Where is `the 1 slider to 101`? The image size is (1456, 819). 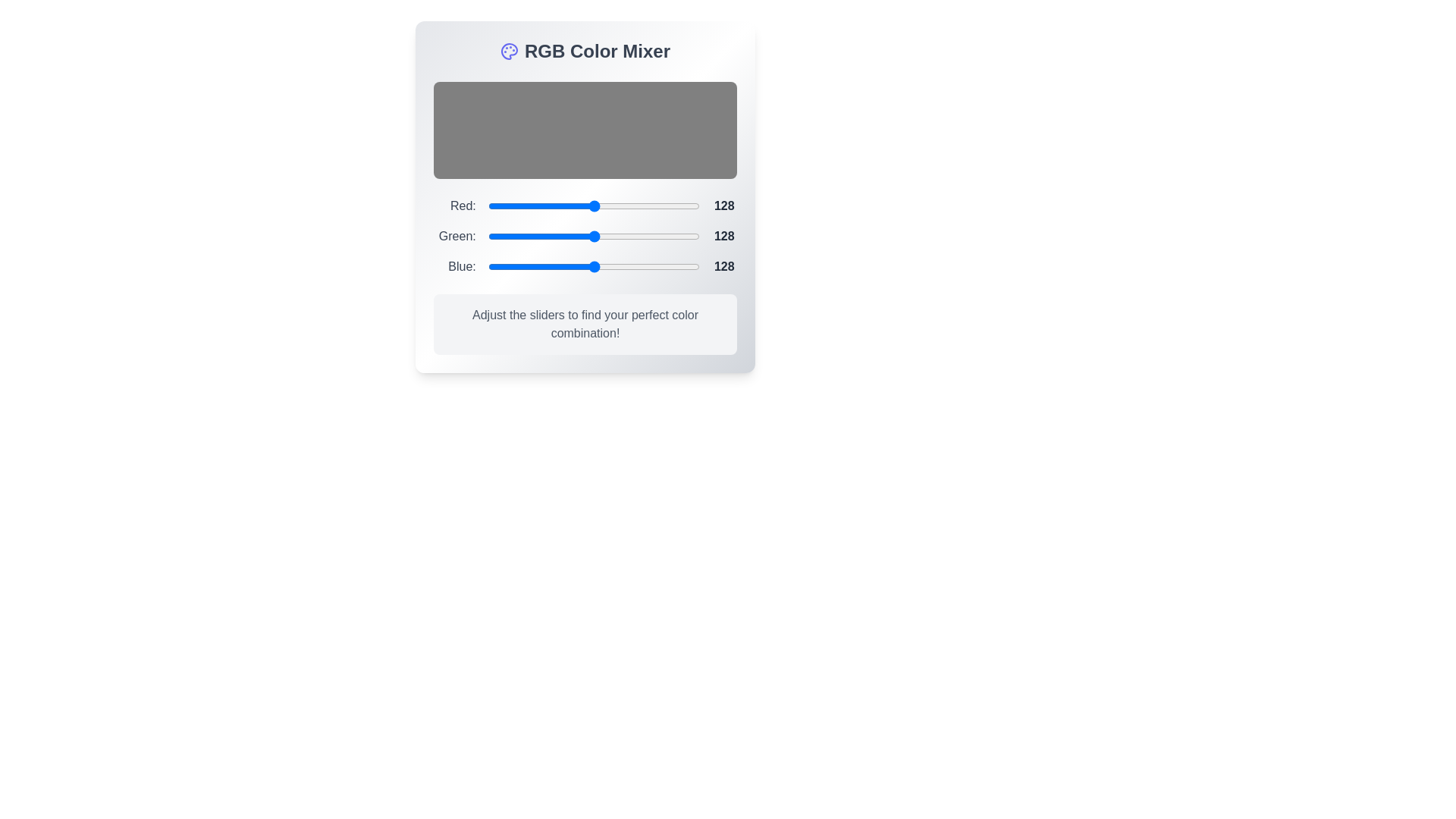
the 1 slider to 101 is located at coordinates (571, 237).